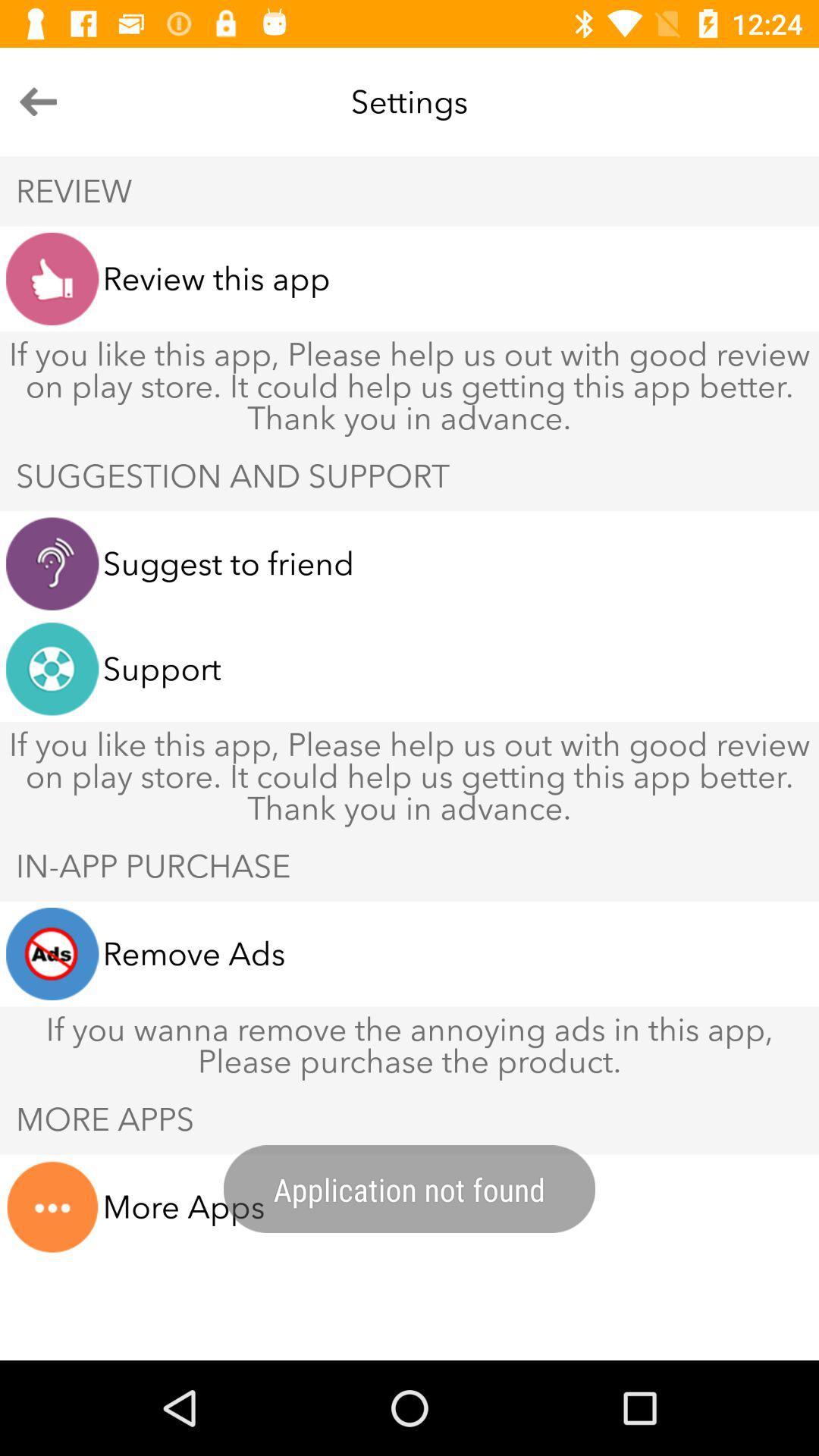 The width and height of the screenshot is (819, 1456). Describe the element at coordinates (37, 101) in the screenshot. I see `the arrow_backward icon` at that location.